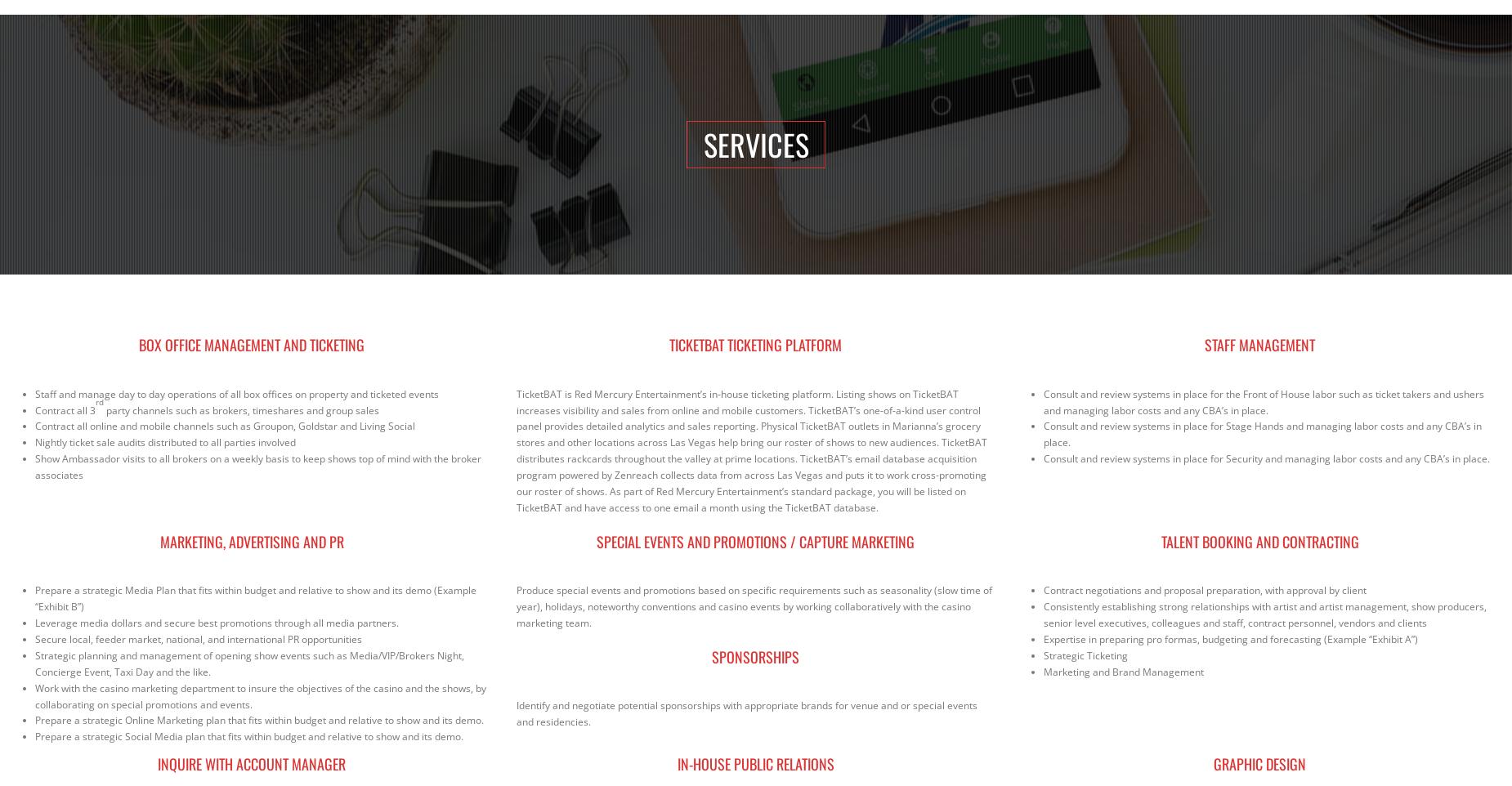 Image resolution: width=1512 pixels, height=786 pixels. I want to click on 'party channels such as brokers, timeshares and group sales', so click(240, 409).